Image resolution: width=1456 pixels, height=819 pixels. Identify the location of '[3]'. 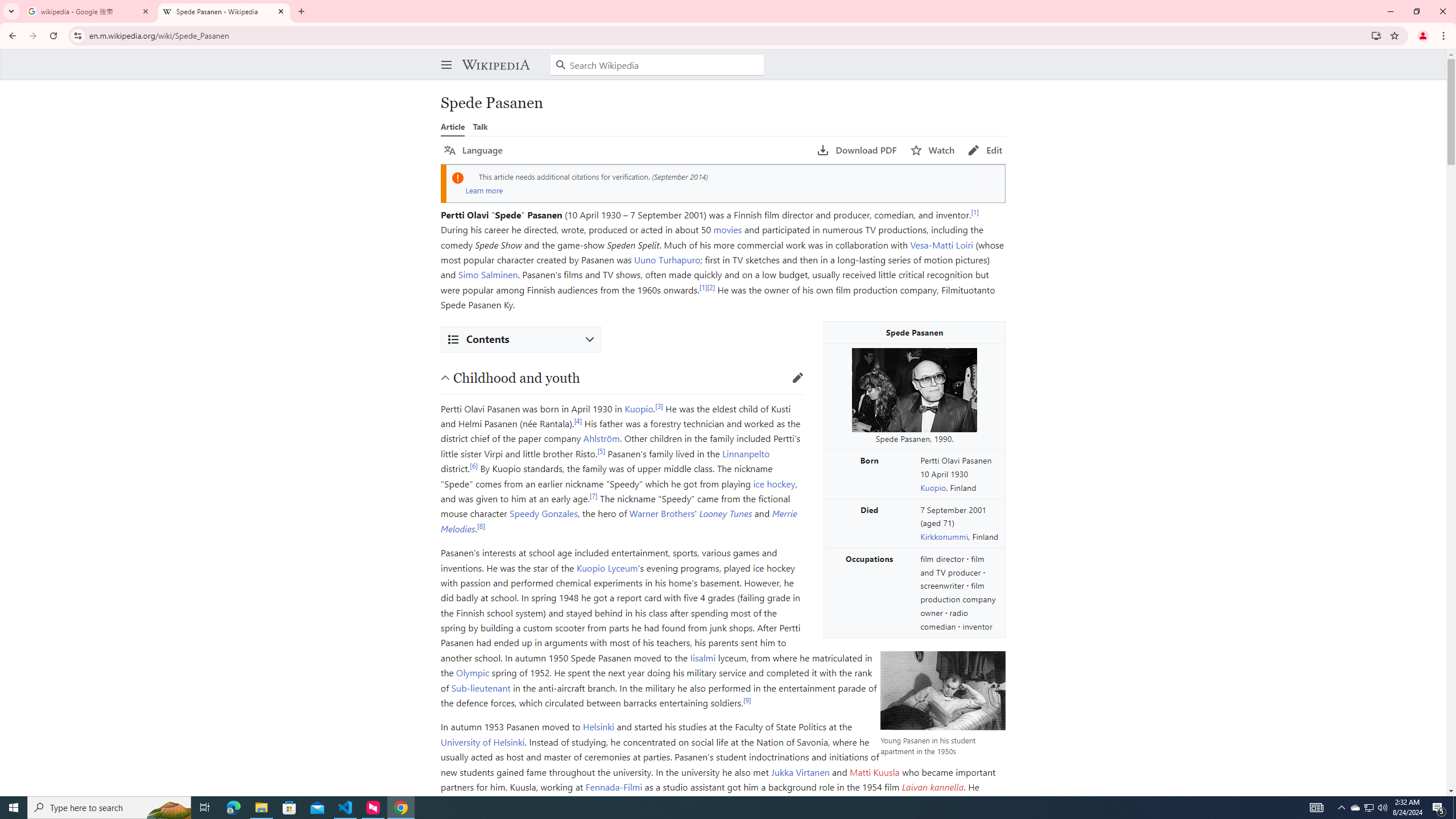
(658, 405).